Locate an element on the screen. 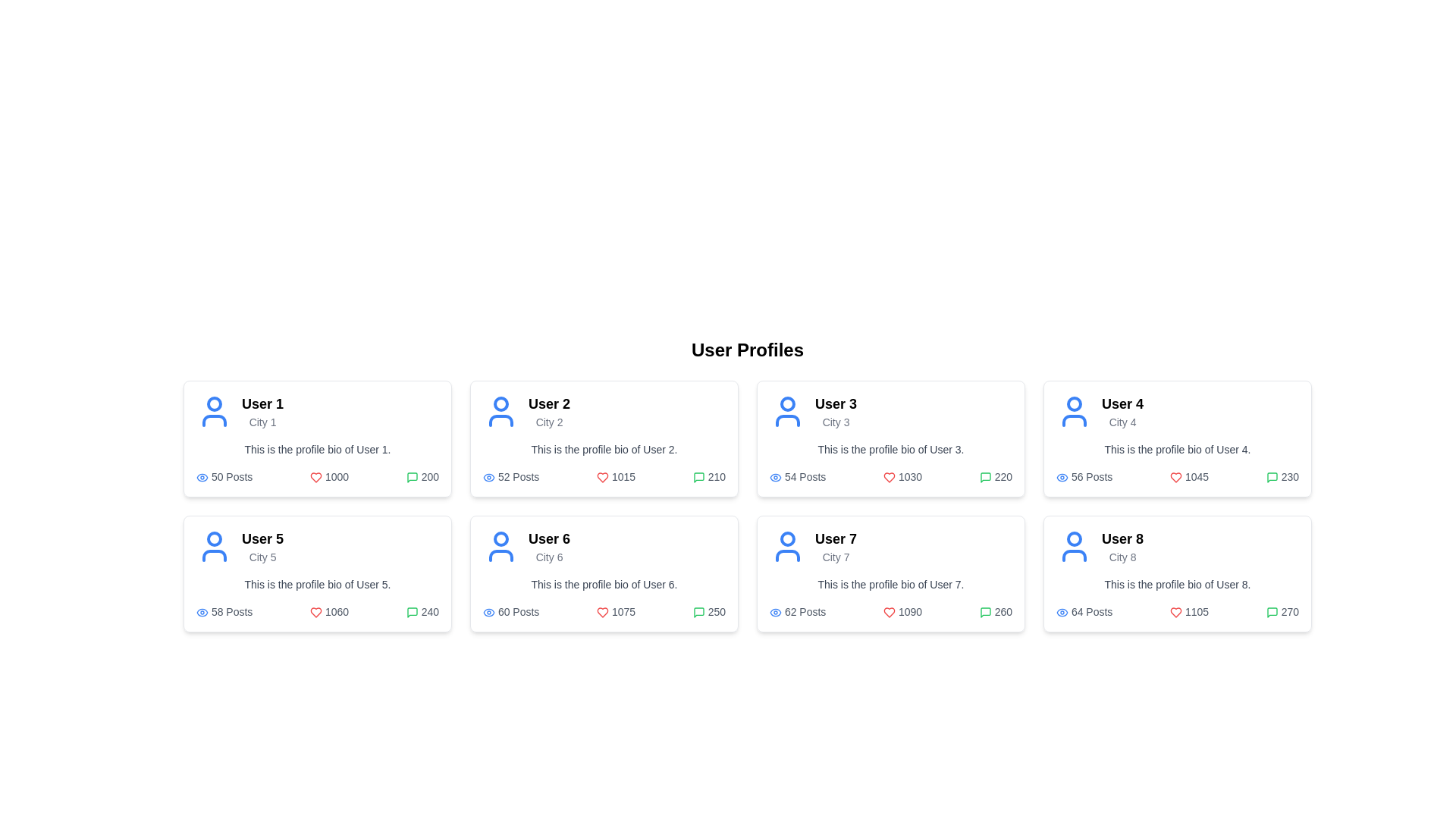  text label displaying 'User 3' in bold and large font, located in the upper-left section of the profile card for 'User 3', positioned above 'City 3' is located at coordinates (835, 403).